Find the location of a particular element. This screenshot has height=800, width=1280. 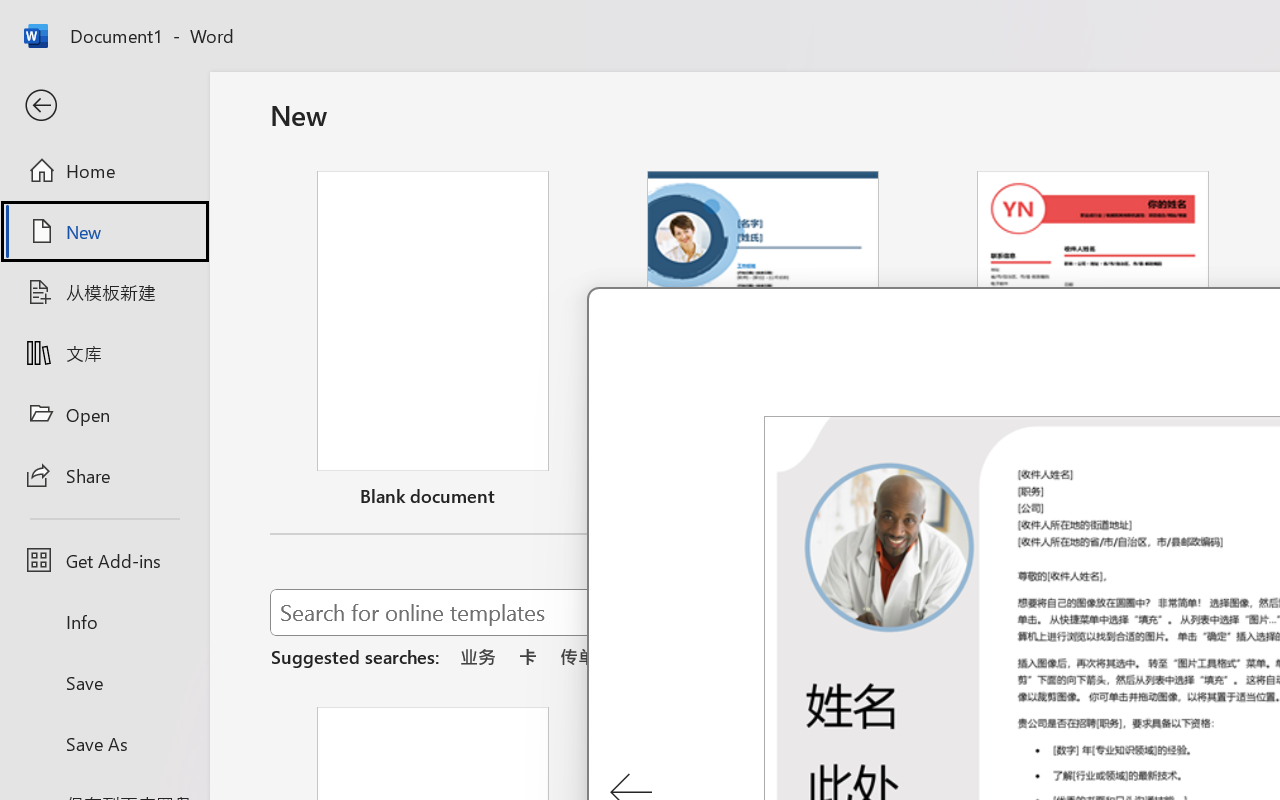

'Save As' is located at coordinates (103, 743).